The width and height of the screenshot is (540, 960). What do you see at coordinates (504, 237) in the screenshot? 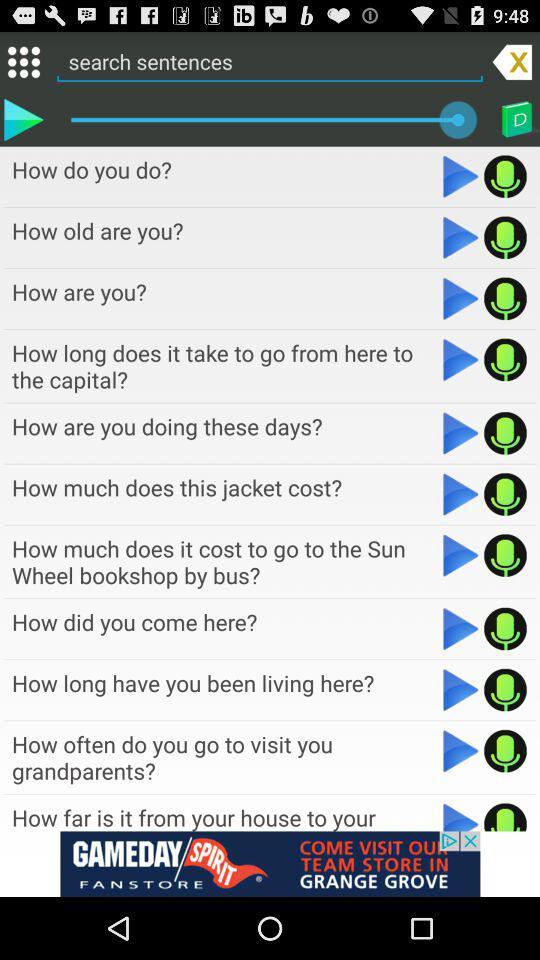
I see `the second icon which is right to the text how old are you` at bounding box center [504, 237].